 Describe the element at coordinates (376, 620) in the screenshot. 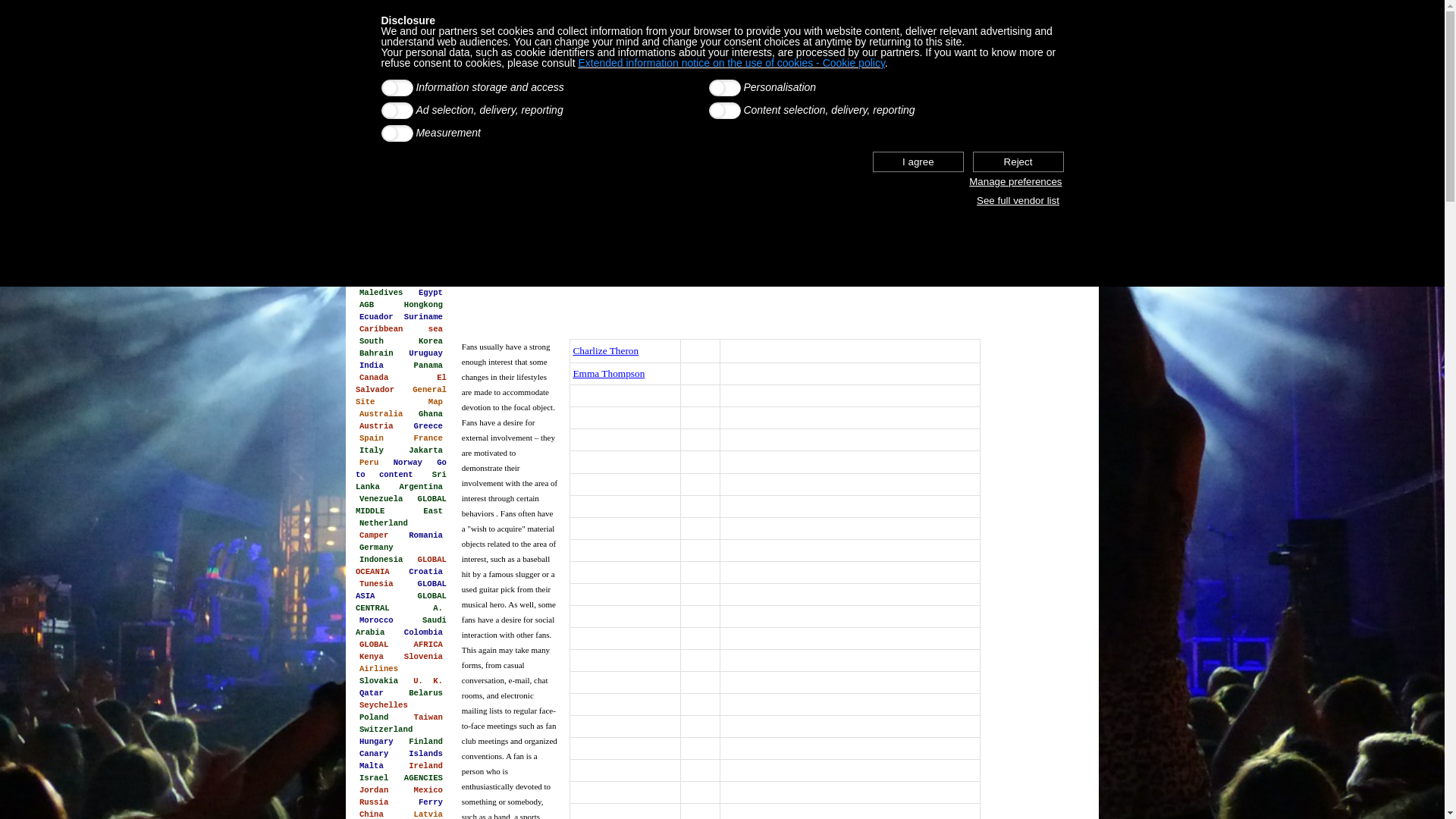

I see `'Morocco'` at that location.